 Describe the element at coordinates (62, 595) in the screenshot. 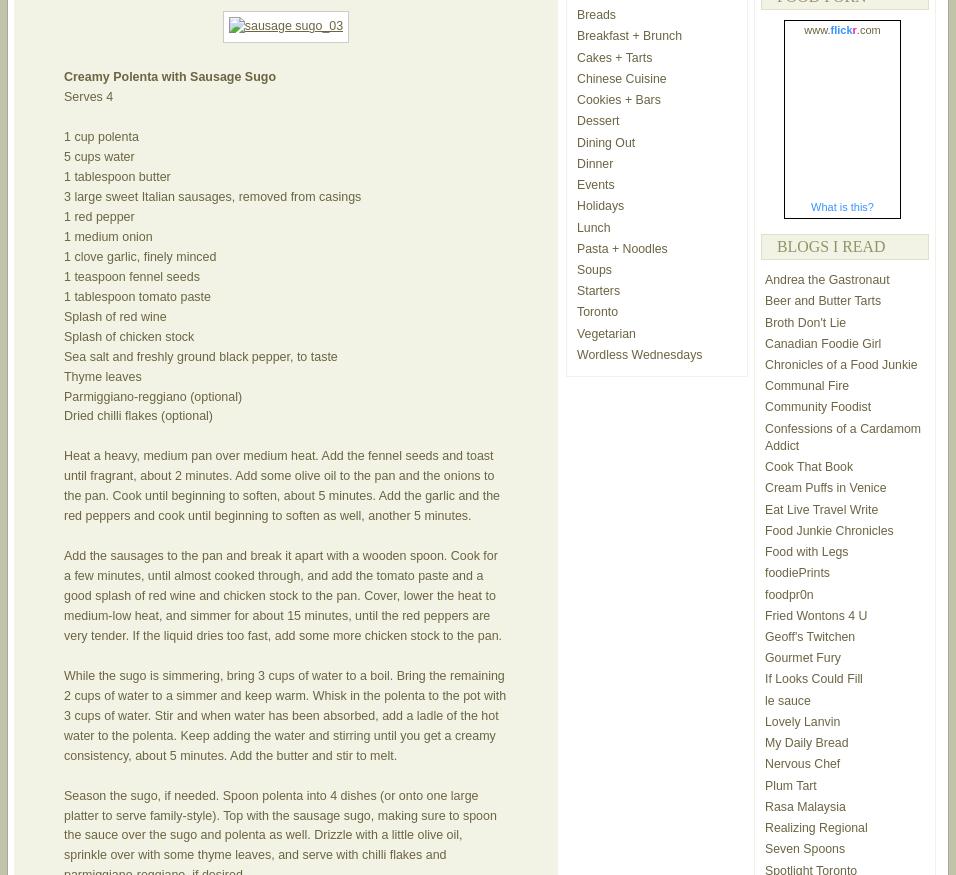

I see `'Add the sausages to the pan and break it apart with a wooden spoon. Cook for a few minutes, until almost cooked through, and add the tomato paste and a good splash of red wine and chicken stock to the pan. Cover, lower the heat to medium-low heat, and simmer for about 15 minutes, until the red peppers are very tender. If the liquid dries too fast, add some more chicken stock to the pan.'` at that location.